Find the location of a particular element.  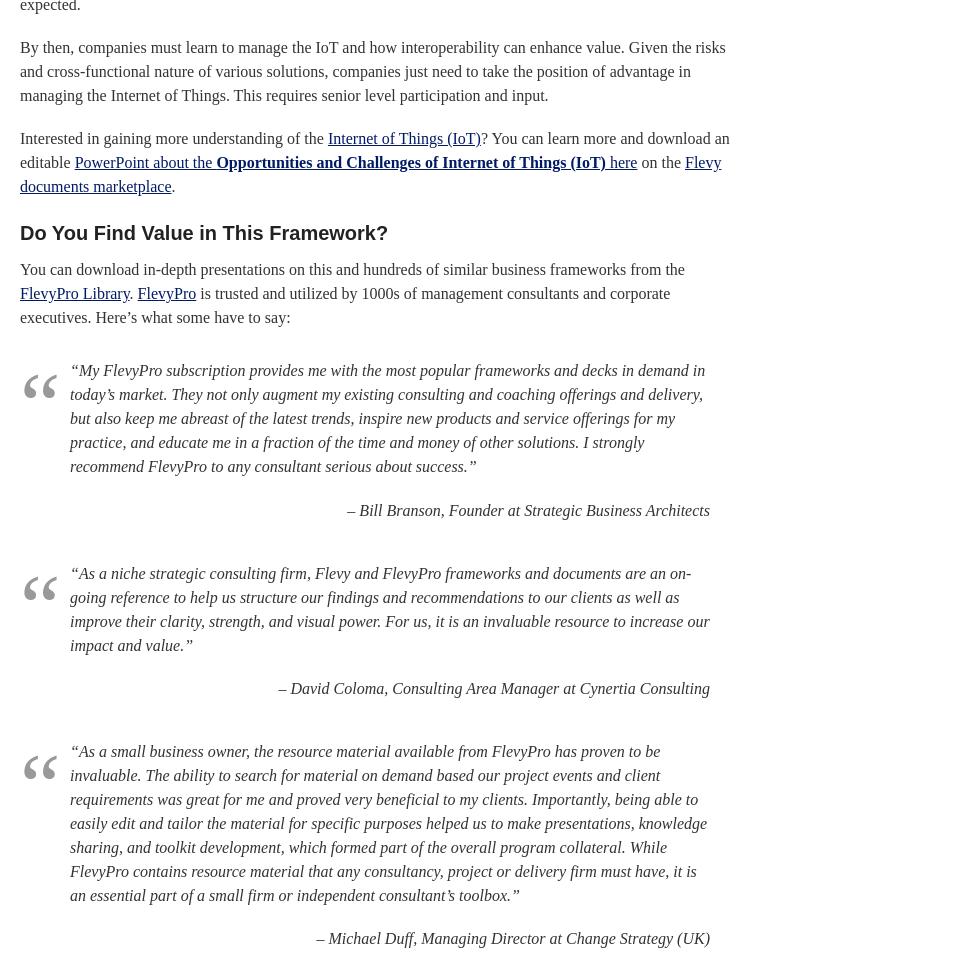

'? You can learn more and download an editable' is located at coordinates (374, 150).